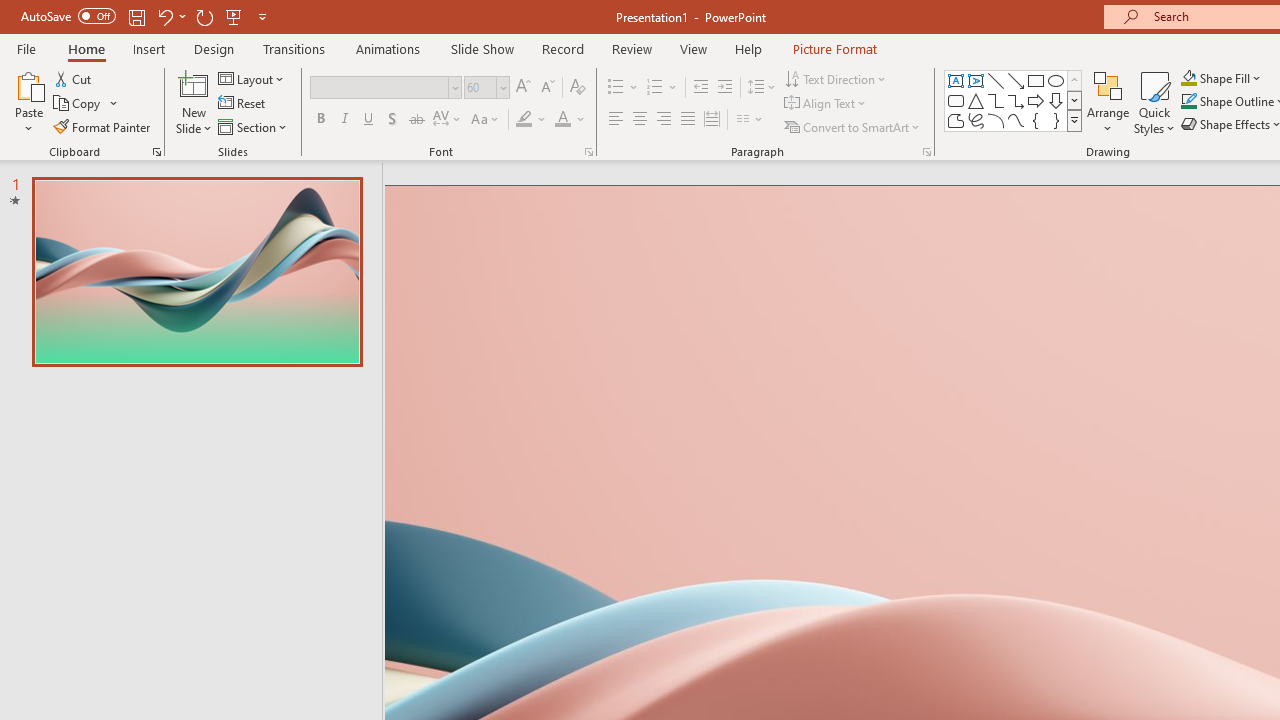 Image resolution: width=1280 pixels, height=720 pixels. What do you see at coordinates (481, 48) in the screenshot?
I see `'Slide Show'` at bounding box center [481, 48].